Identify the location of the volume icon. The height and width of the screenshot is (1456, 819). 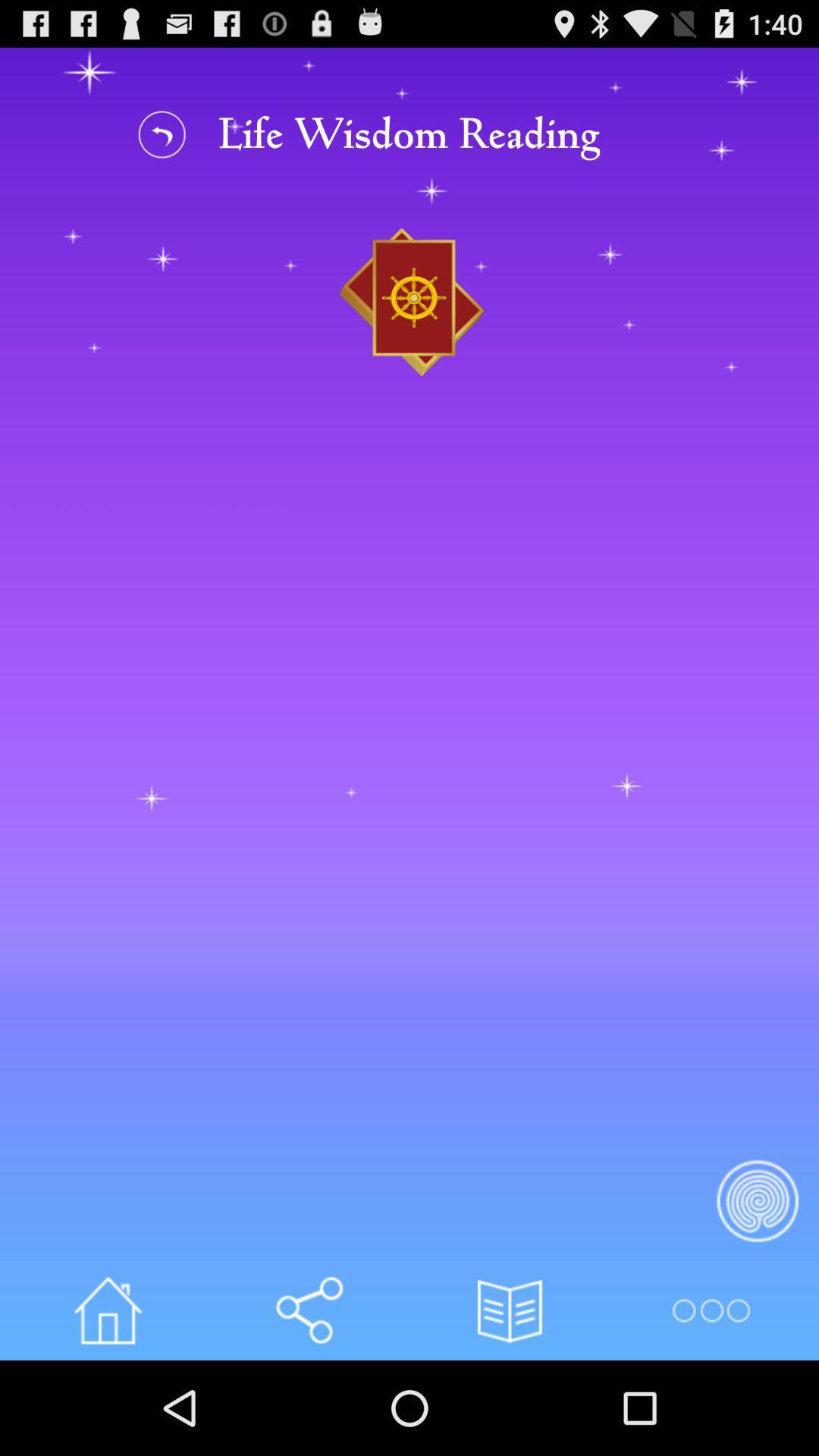
(308, 1401).